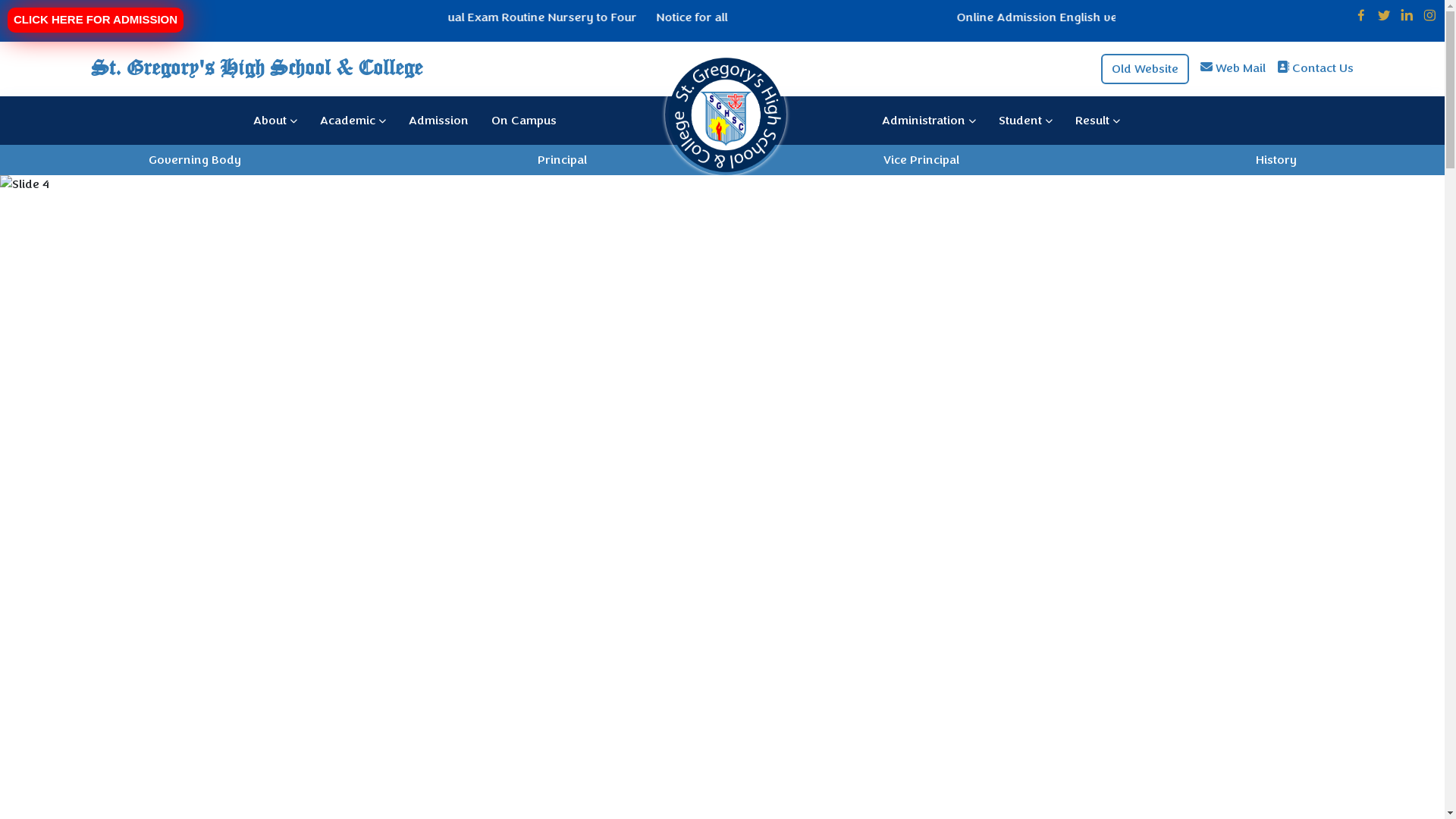  What do you see at coordinates (927, 119) in the screenshot?
I see `'Administration'` at bounding box center [927, 119].